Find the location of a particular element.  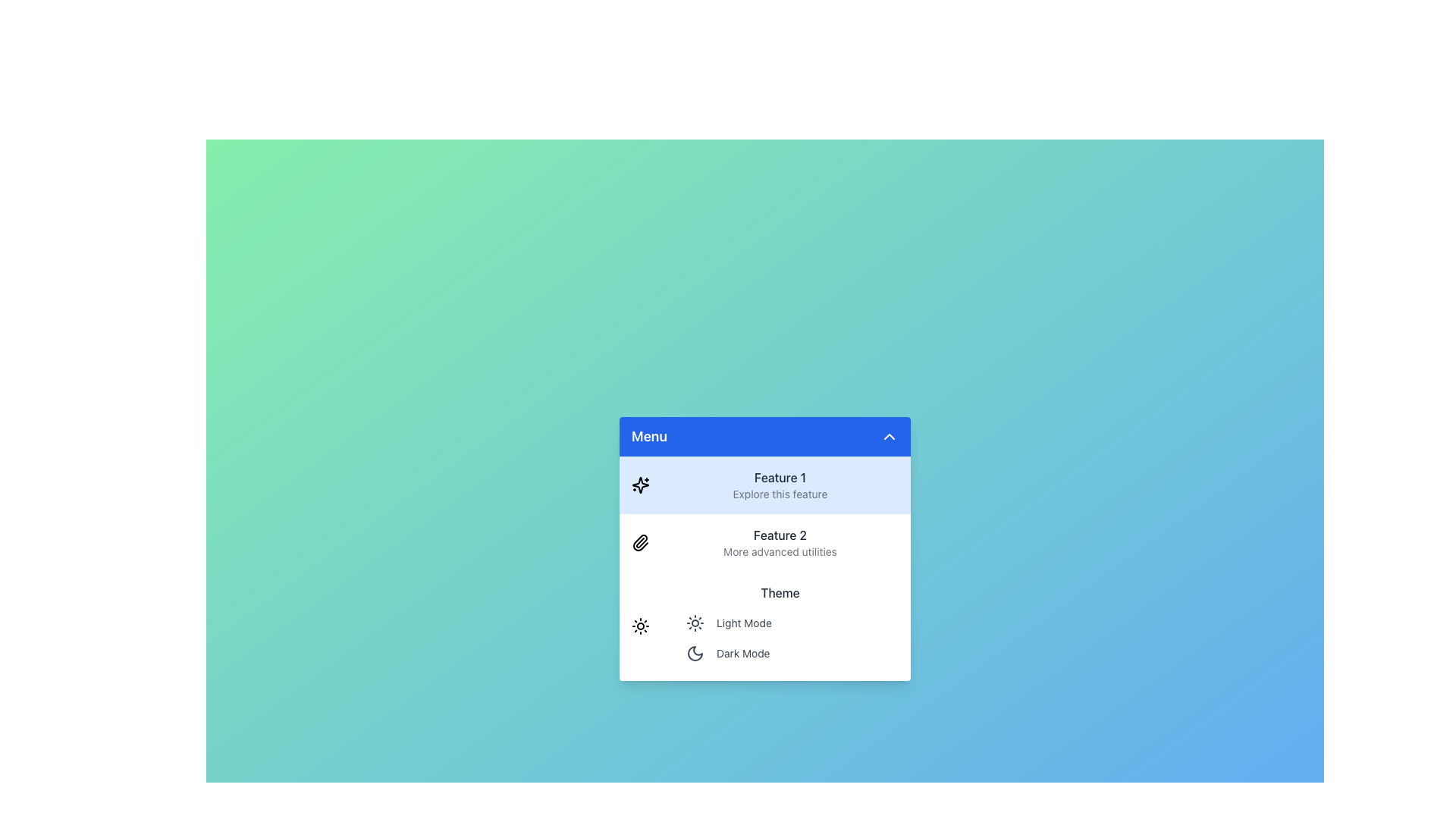

the star-shaped icon located to the left of the text 'Feature 1' in the menu is located at coordinates (640, 485).